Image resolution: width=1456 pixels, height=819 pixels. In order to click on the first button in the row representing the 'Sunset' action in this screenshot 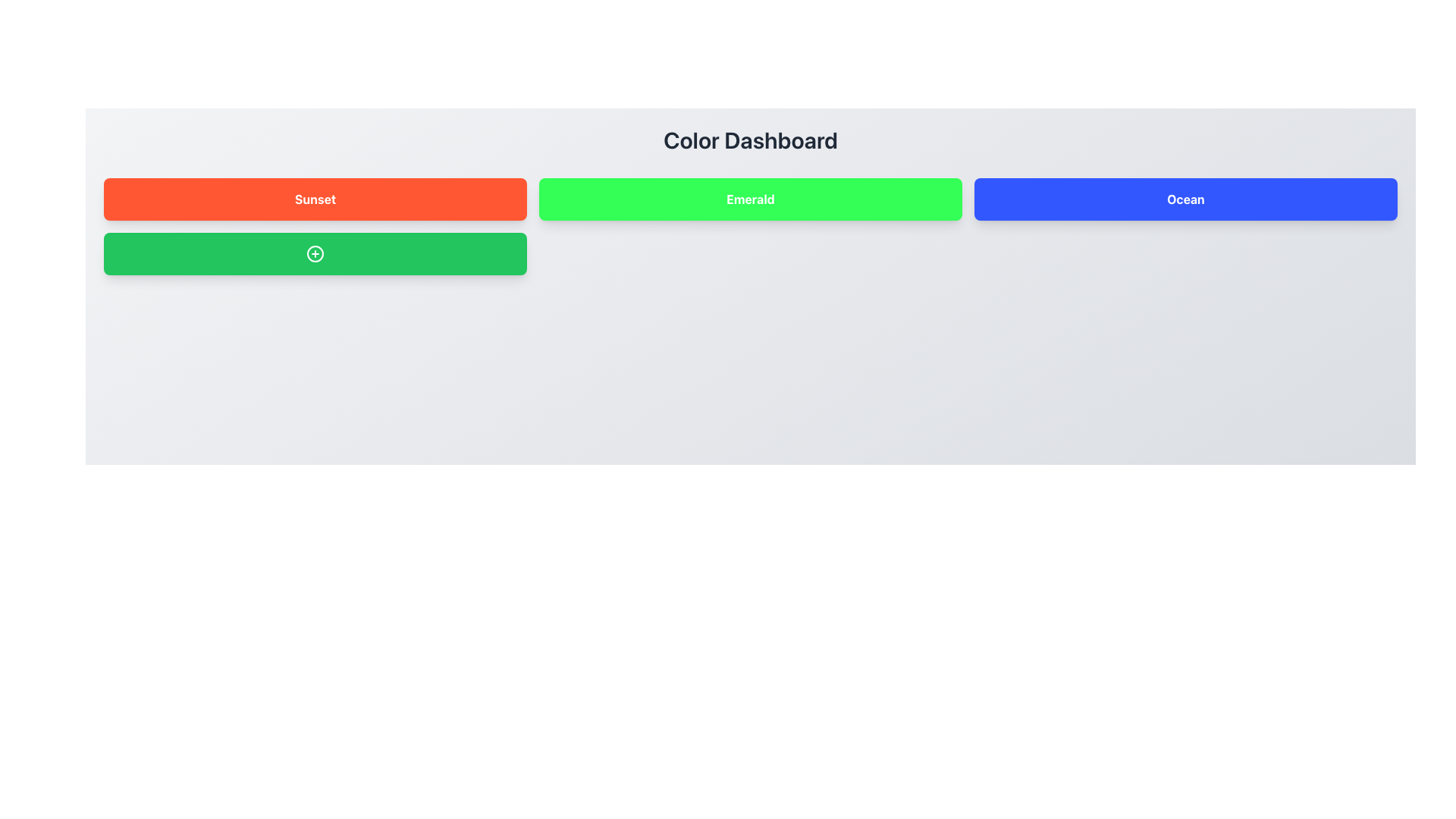, I will do `click(315, 198)`.